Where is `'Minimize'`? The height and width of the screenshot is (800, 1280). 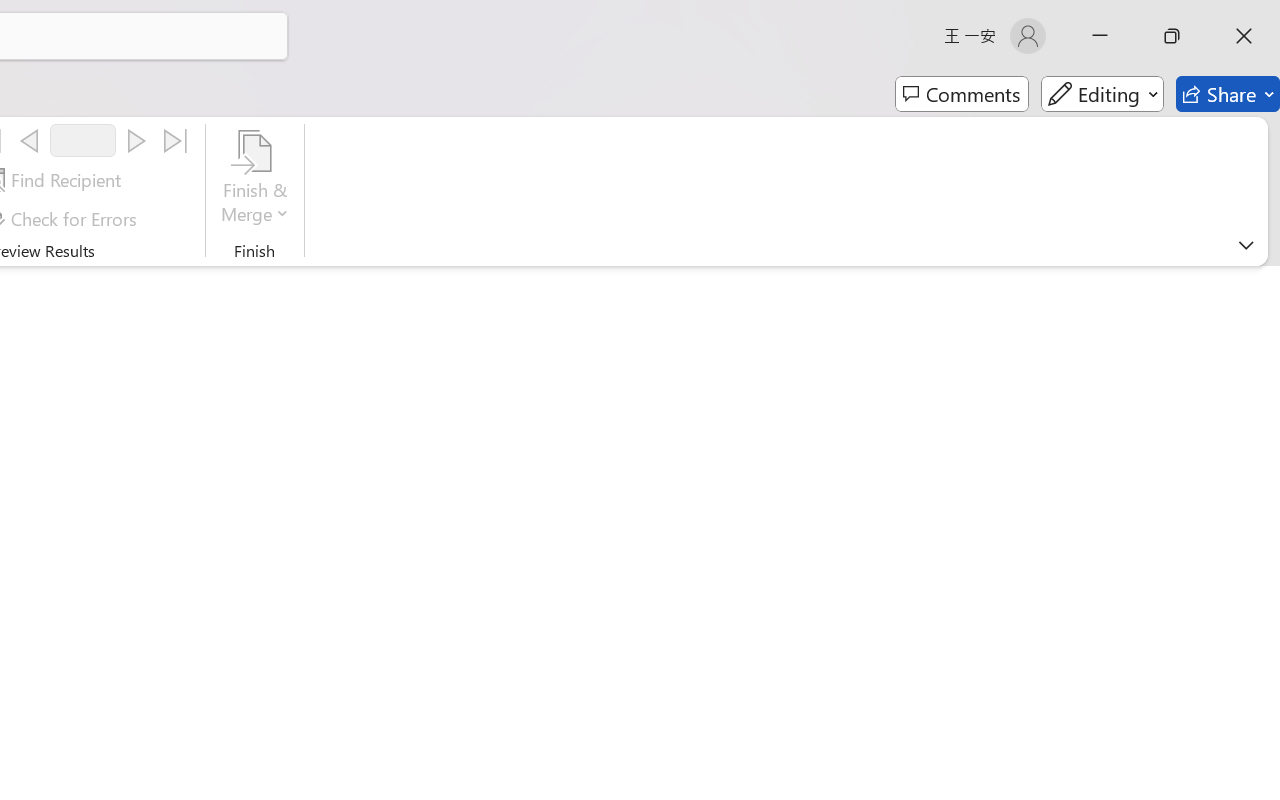
'Minimize' is located at coordinates (1099, 35).